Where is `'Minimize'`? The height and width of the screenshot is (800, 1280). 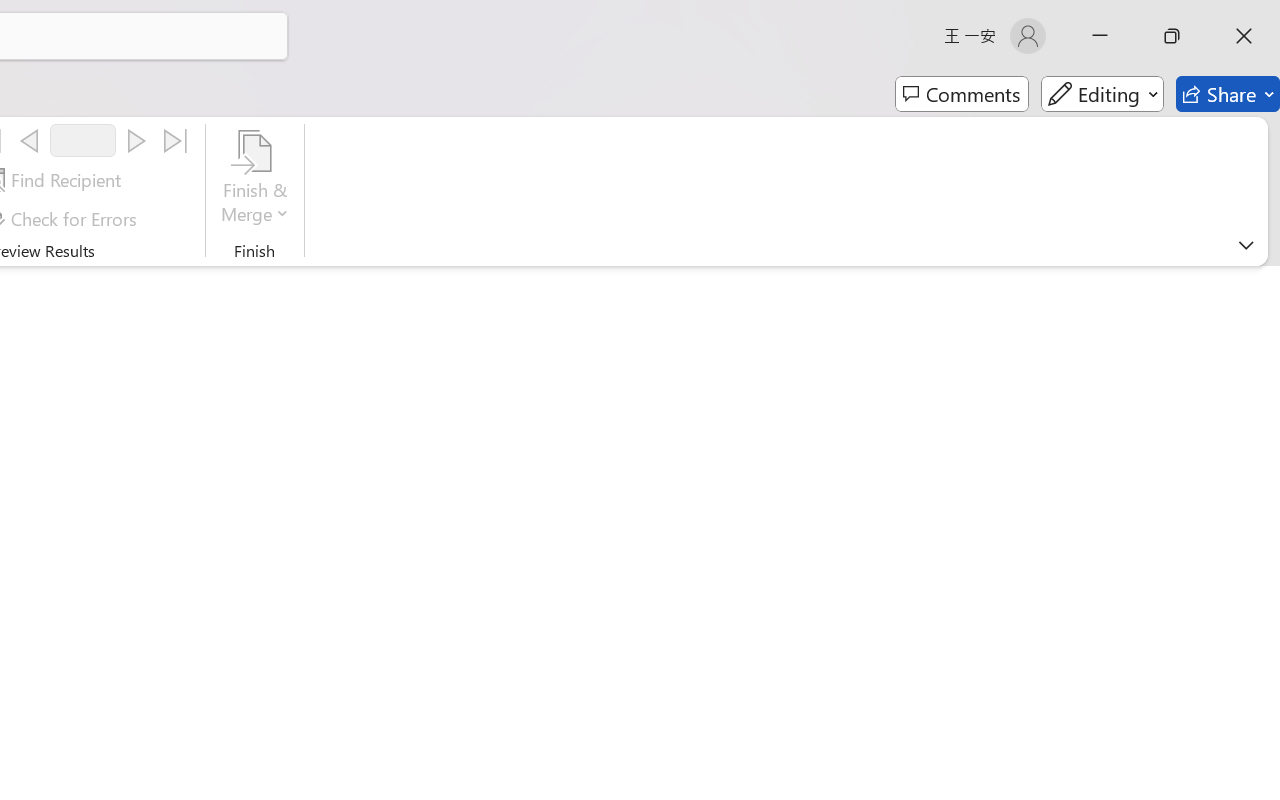
'Minimize' is located at coordinates (1099, 35).